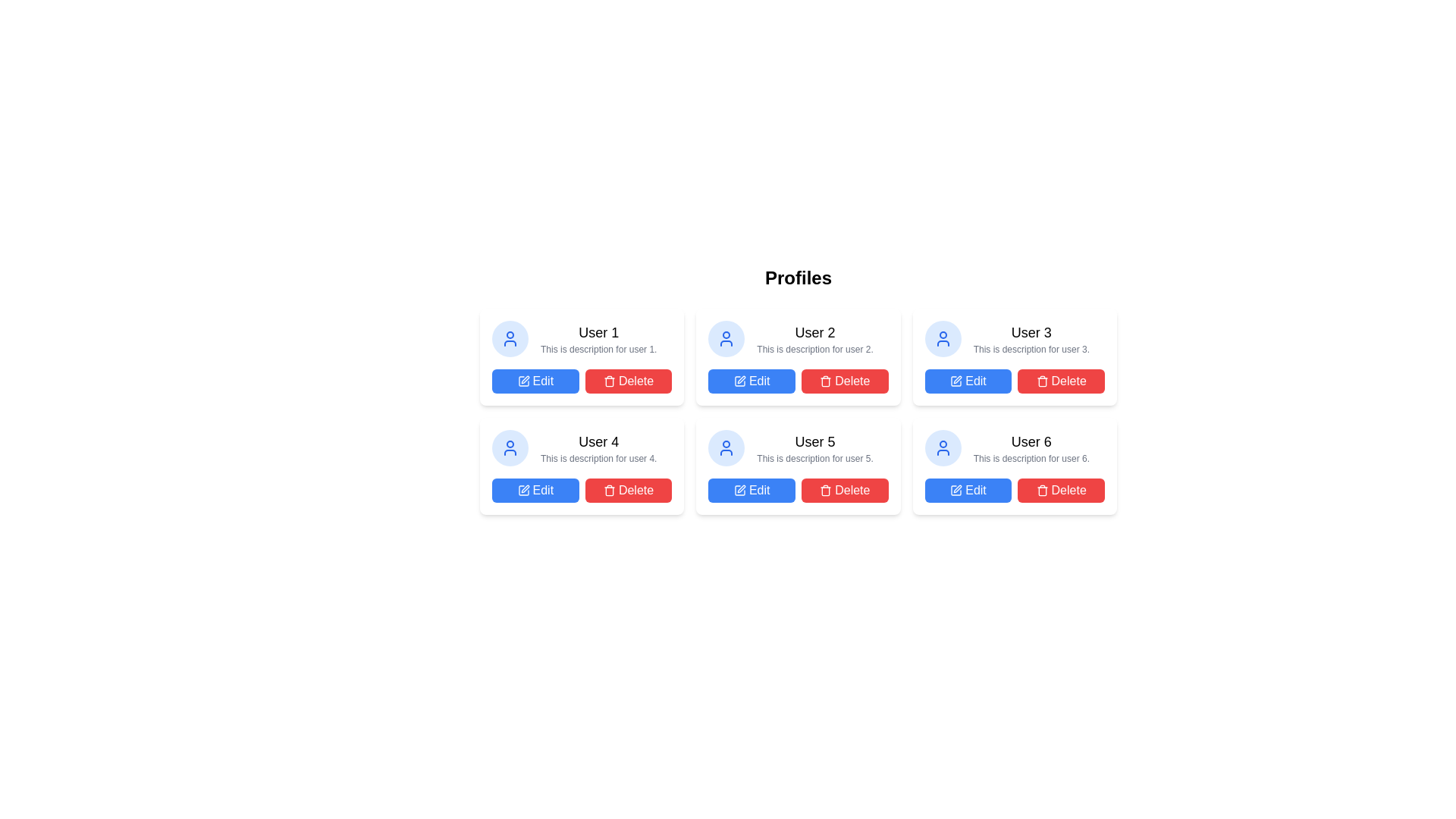 The image size is (1456, 819). I want to click on the edit button in the first row and first column of the user profile cards grid, so click(535, 380).